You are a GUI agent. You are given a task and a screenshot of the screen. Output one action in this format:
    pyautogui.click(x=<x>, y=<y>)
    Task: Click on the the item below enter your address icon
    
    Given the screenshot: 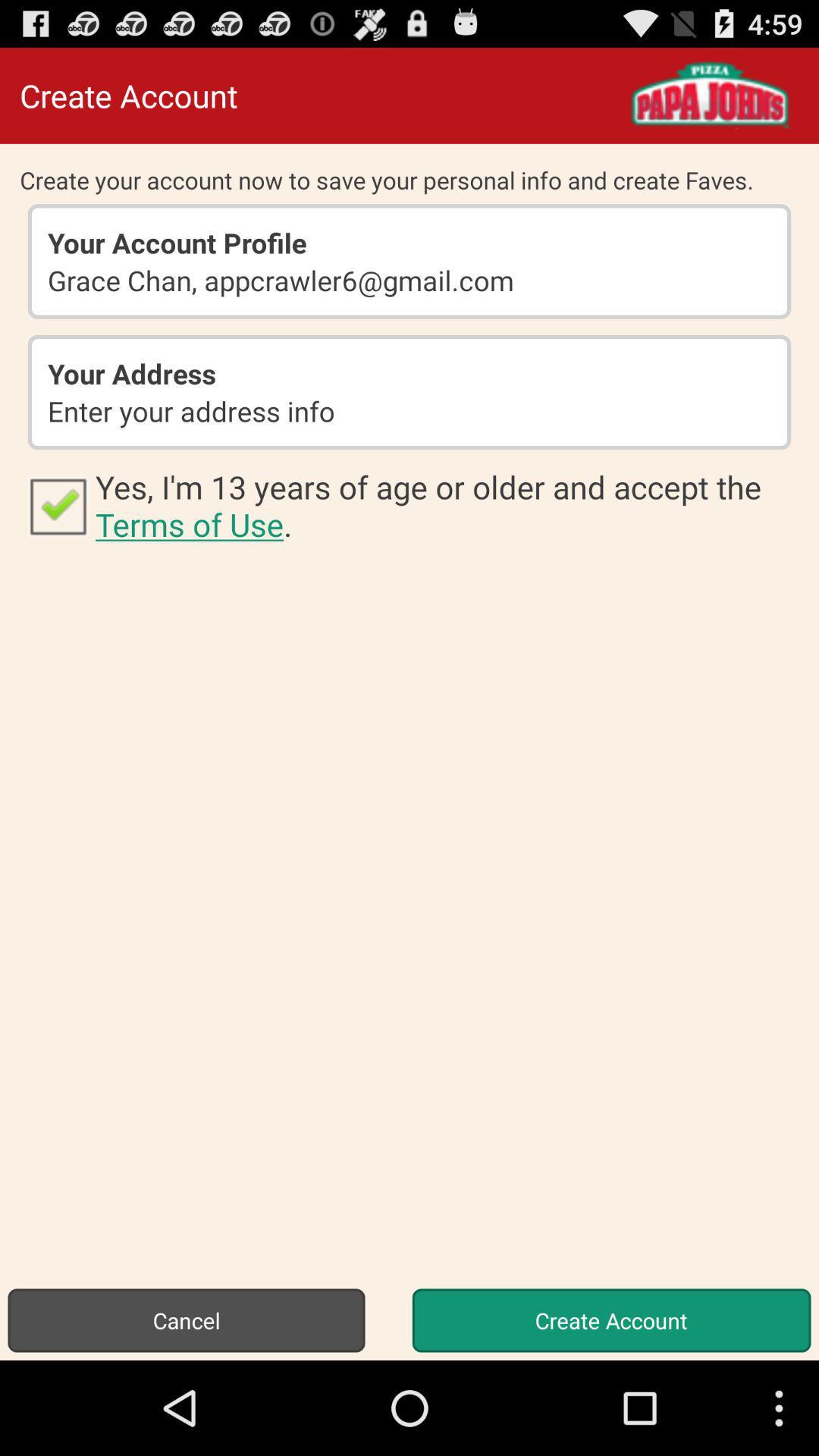 What is the action you would take?
    pyautogui.click(x=57, y=505)
    